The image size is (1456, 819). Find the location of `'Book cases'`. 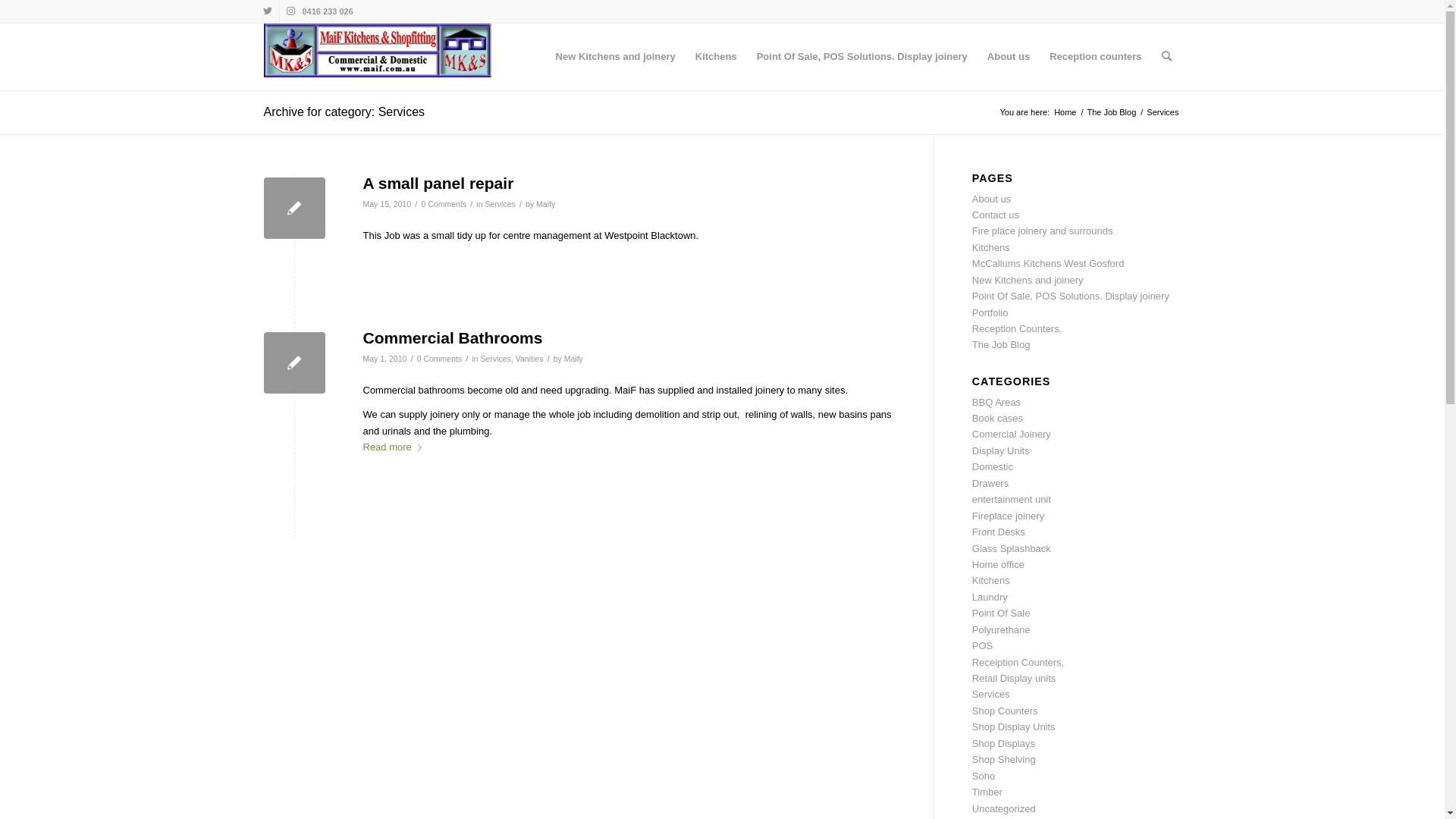

'Book cases' is located at coordinates (997, 418).